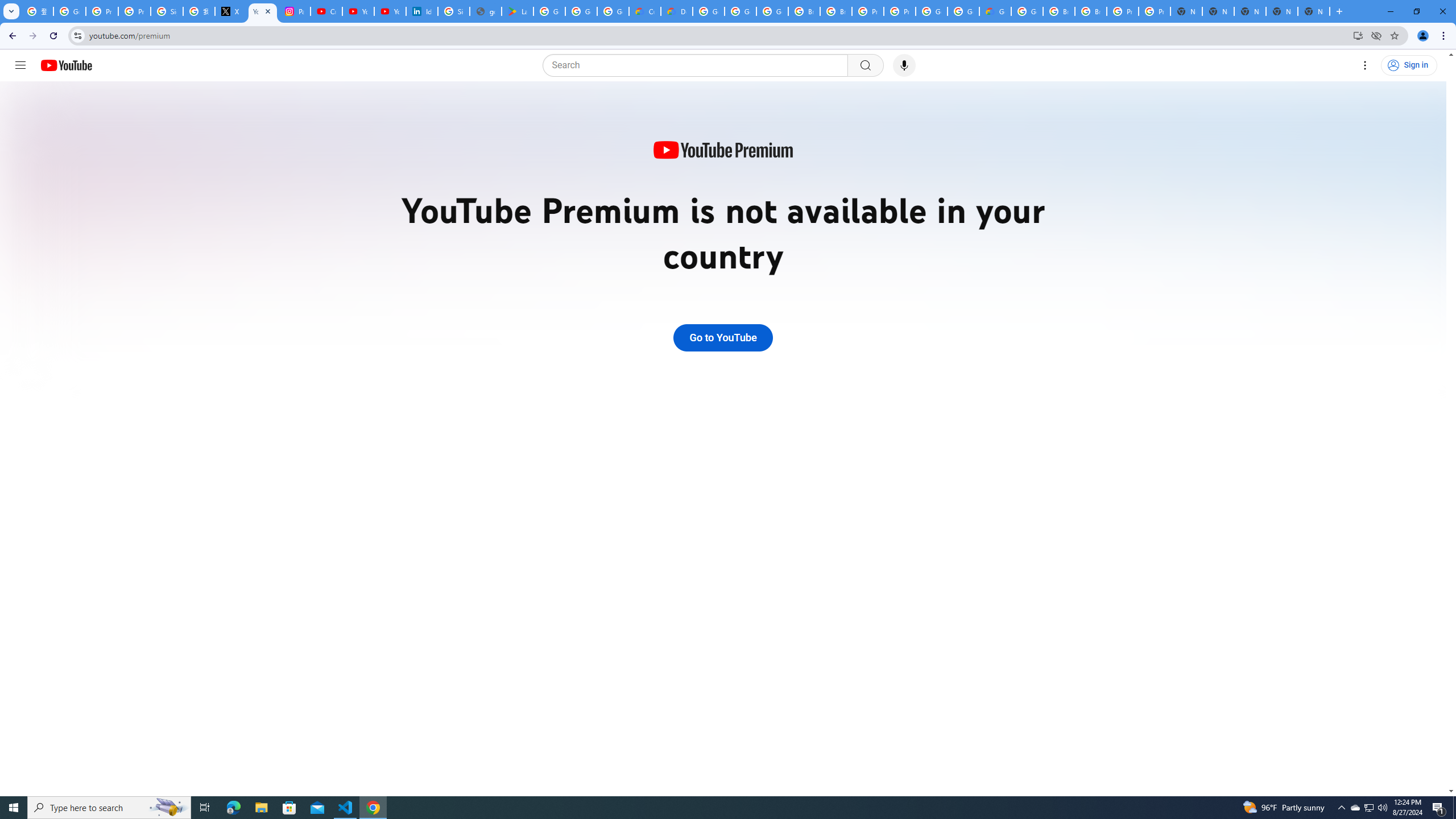 This screenshot has width=1456, height=819. What do you see at coordinates (230, 11) in the screenshot?
I see `'X'` at bounding box center [230, 11].